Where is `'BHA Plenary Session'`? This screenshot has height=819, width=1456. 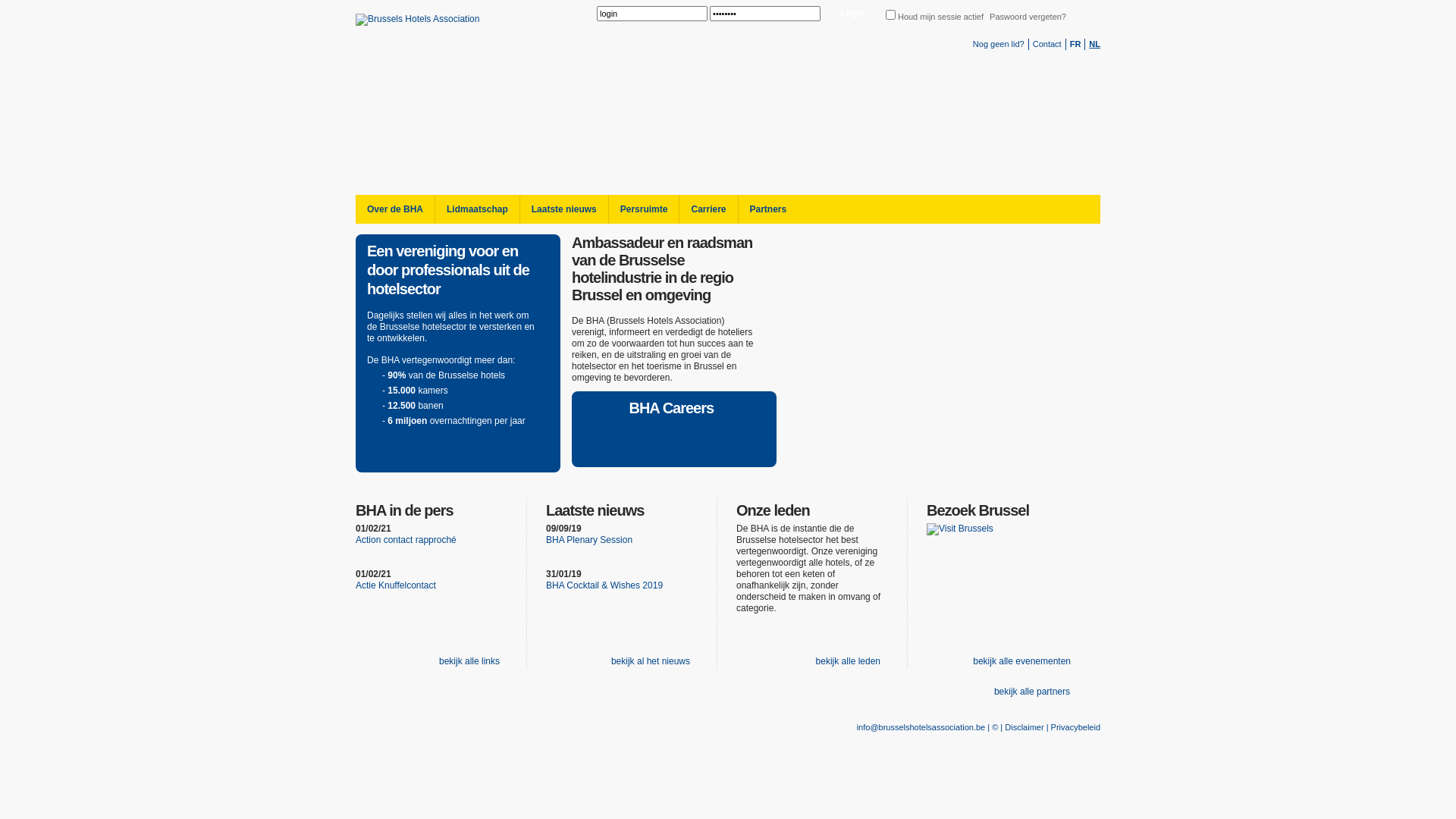 'BHA Plenary Session' is located at coordinates (588, 539).